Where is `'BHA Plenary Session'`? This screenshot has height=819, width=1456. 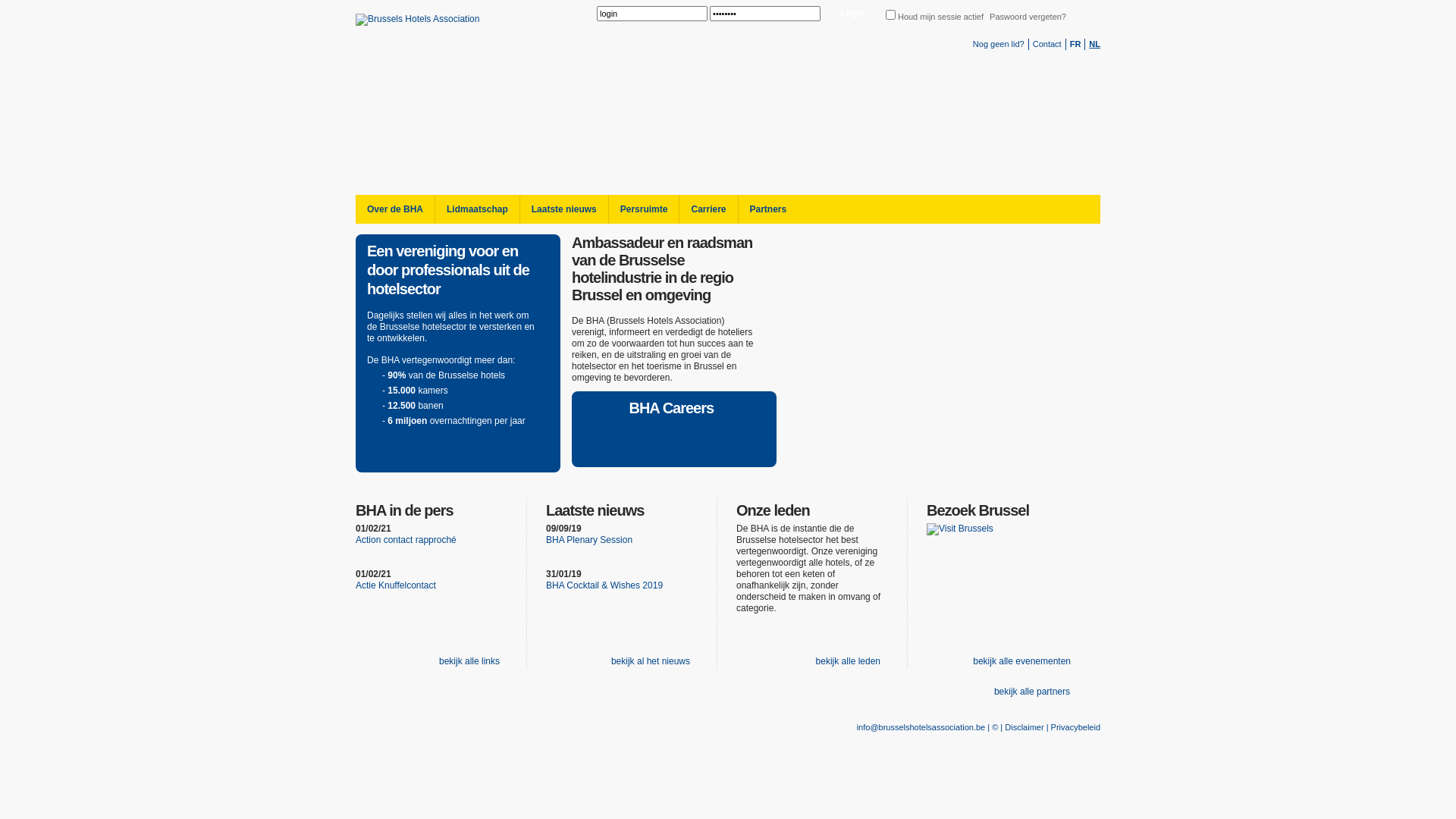 'BHA Plenary Session' is located at coordinates (588, 539).